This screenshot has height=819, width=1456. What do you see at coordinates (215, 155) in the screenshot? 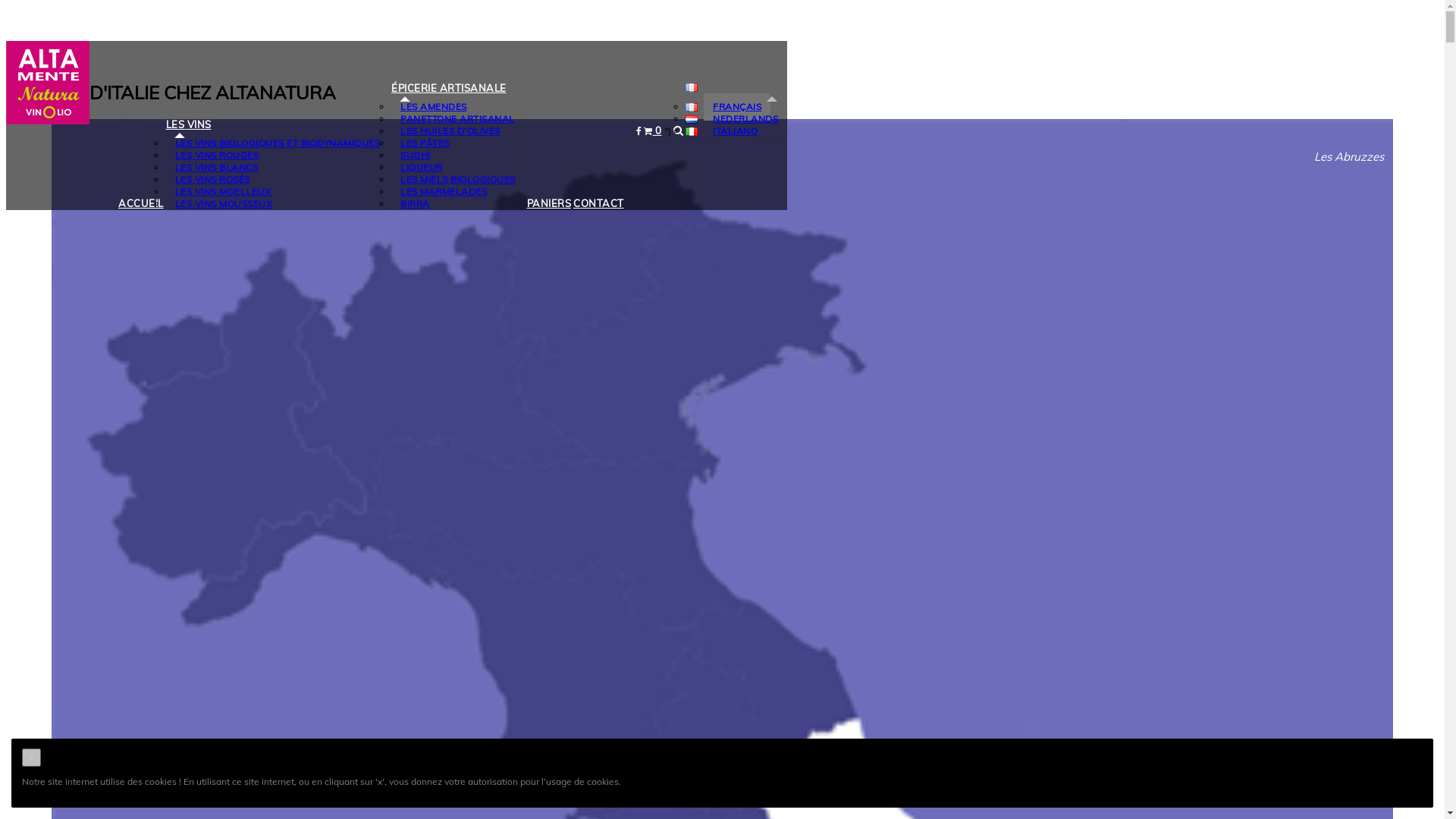
I see `'LES VINS ROUGES'` at bounding box center [215, 155].